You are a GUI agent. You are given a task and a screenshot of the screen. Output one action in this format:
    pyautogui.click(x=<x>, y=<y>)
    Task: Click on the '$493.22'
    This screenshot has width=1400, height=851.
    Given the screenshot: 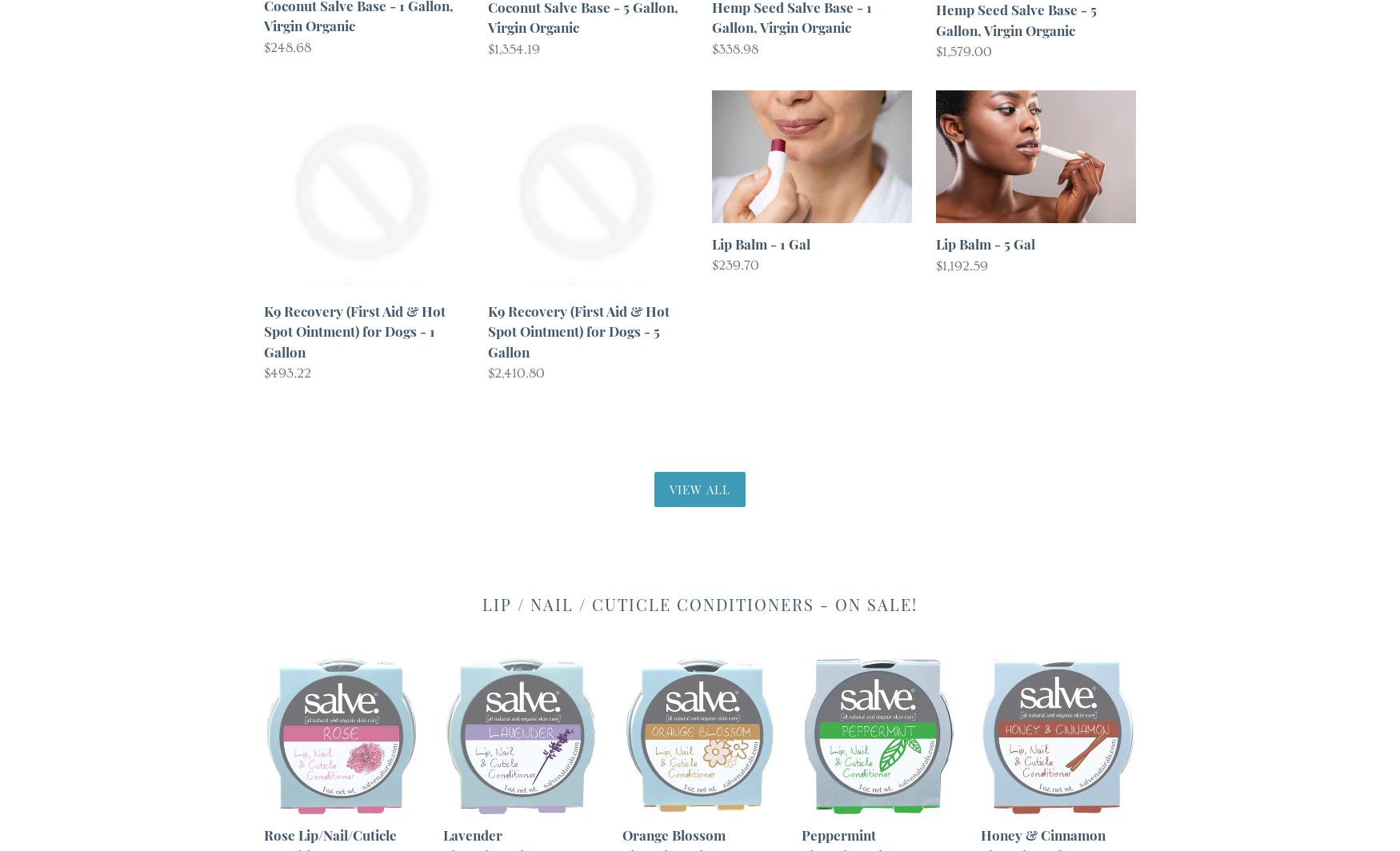 What is the action you would take?
    pyautogui.click(x=264, y=373)
    